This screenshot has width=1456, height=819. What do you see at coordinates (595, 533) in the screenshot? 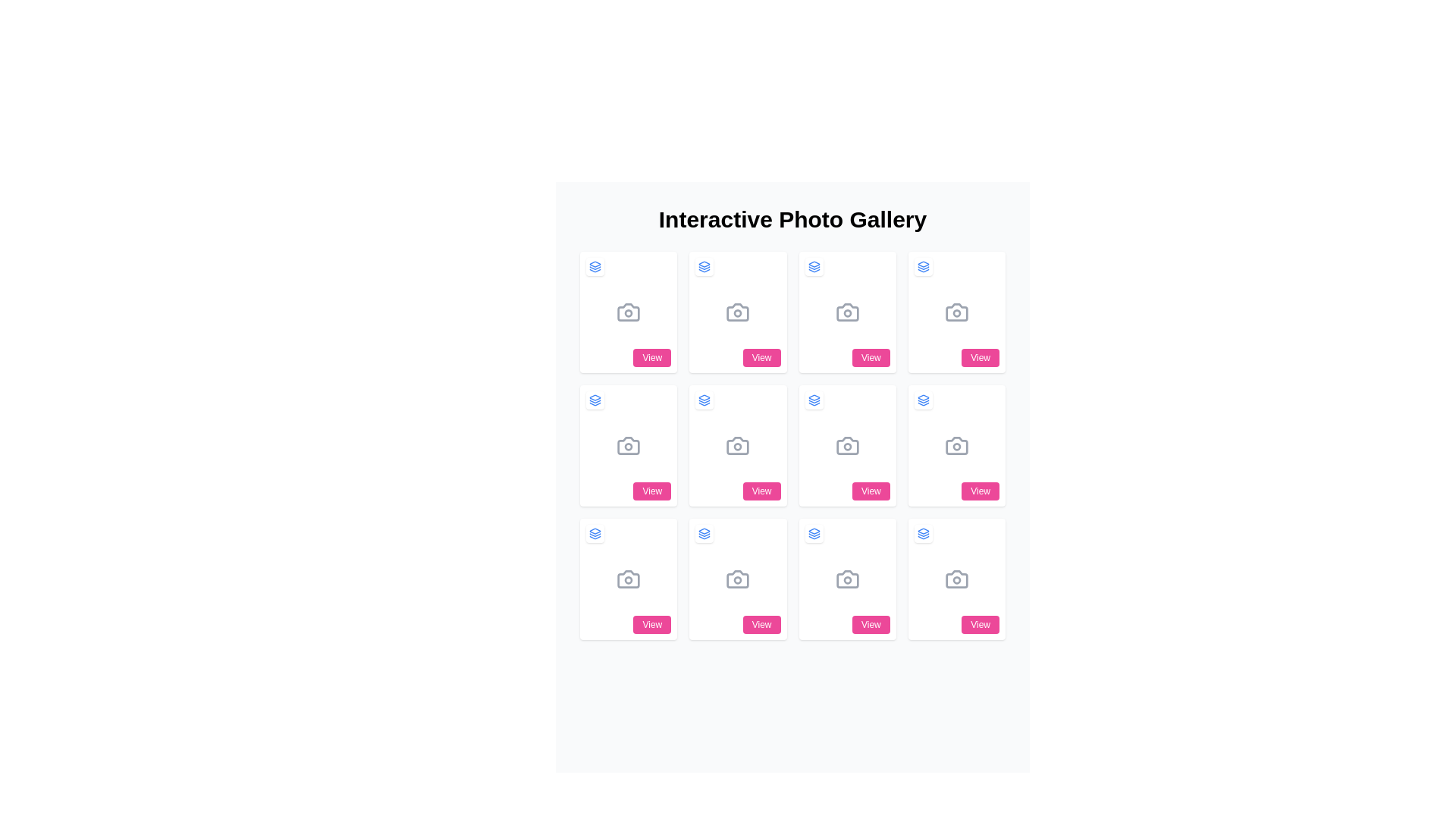
I see `the blue stacked layers icon located in the top-left corner of the card in the grid` at bounding box center [595, 533].